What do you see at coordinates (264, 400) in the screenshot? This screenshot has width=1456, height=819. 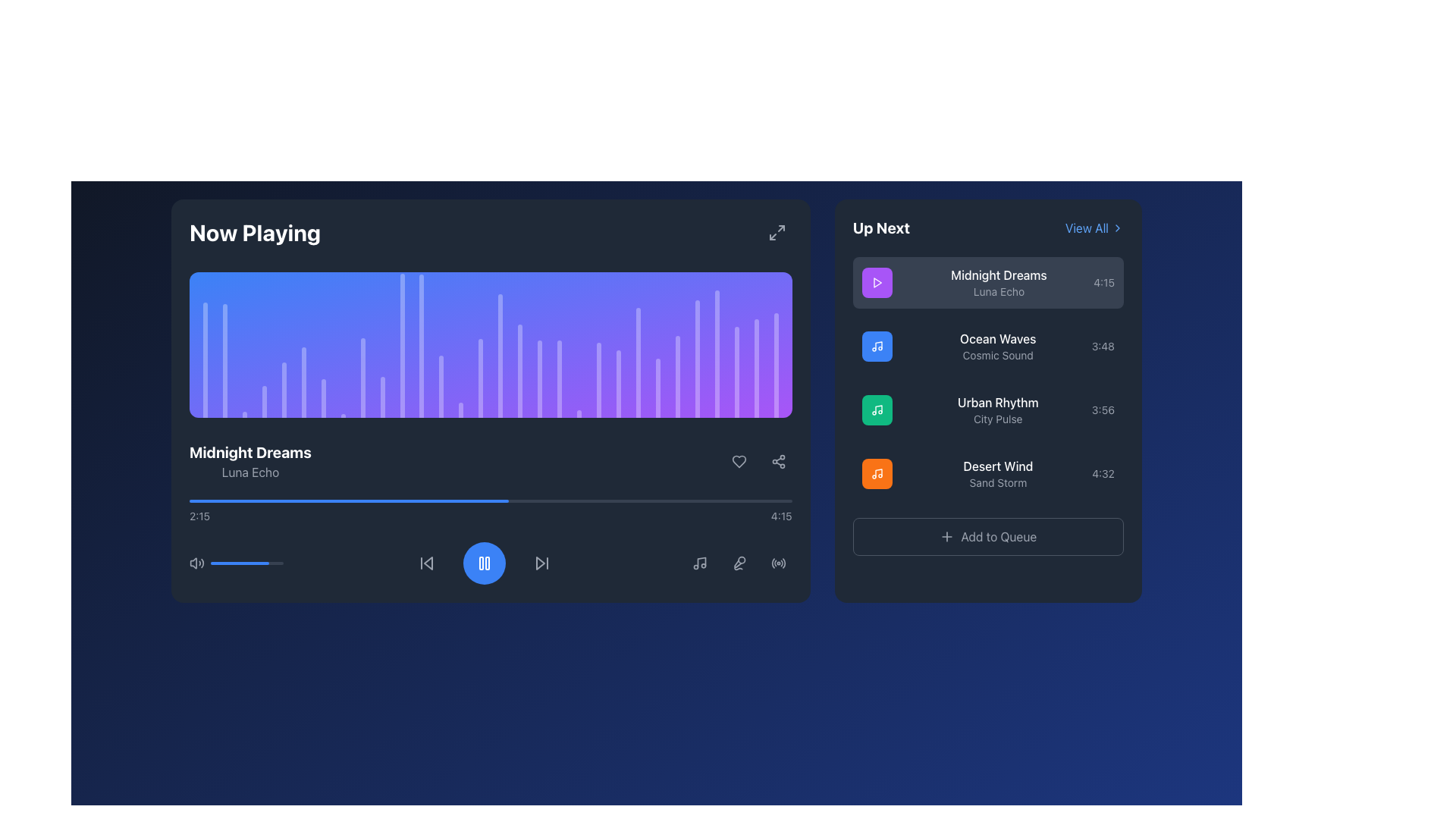 I see `the fourth narrow vertical bar of the graphical waveform segment in the 'Now Playing' section, which visually represents a portion of the audio waveform` at bounding box center [264, 400].